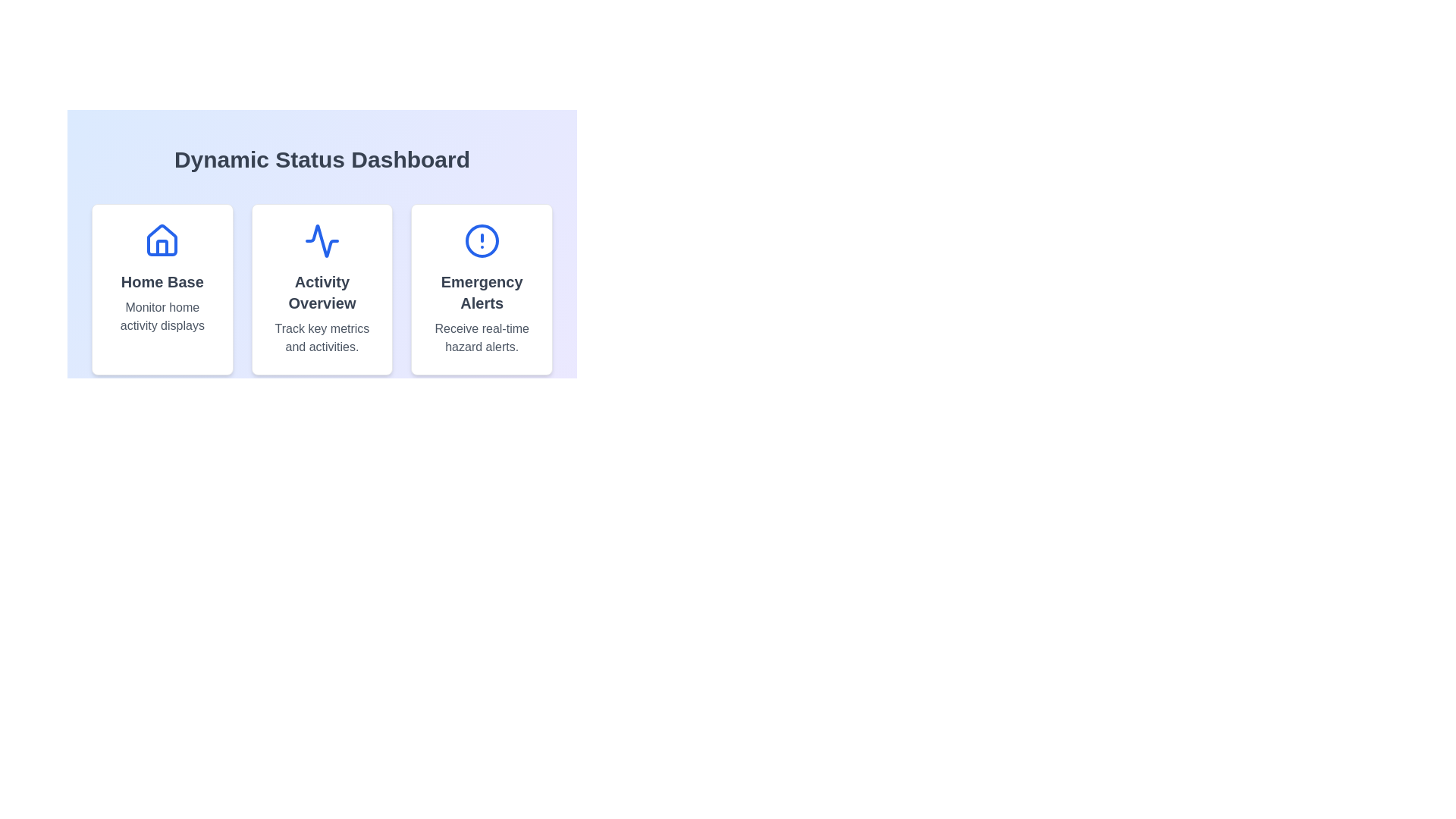  Describe the element at coordinates (321, 289) in the screenshot. I see `the middle card in the grid layout` at that location.